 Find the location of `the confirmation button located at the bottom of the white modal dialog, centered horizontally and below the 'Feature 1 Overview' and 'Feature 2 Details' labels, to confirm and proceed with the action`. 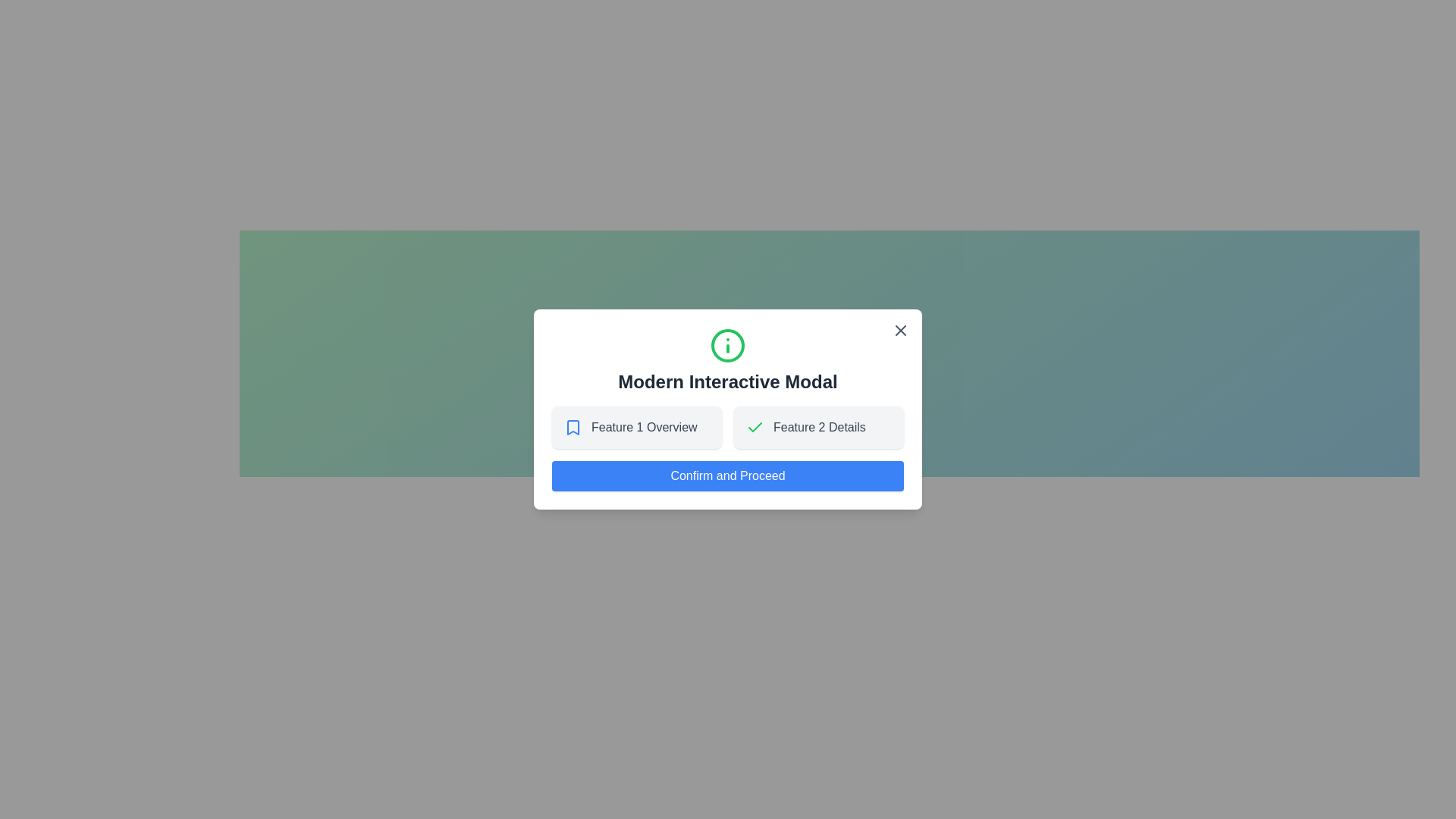

the confirmation button located at the bottom of the white modal dialog, centered horizontally and below the 'Feature 1 Overview' and 'Feature 2 Details' labels, to confirm and proceed with the action is located at coordinates (728, 475).